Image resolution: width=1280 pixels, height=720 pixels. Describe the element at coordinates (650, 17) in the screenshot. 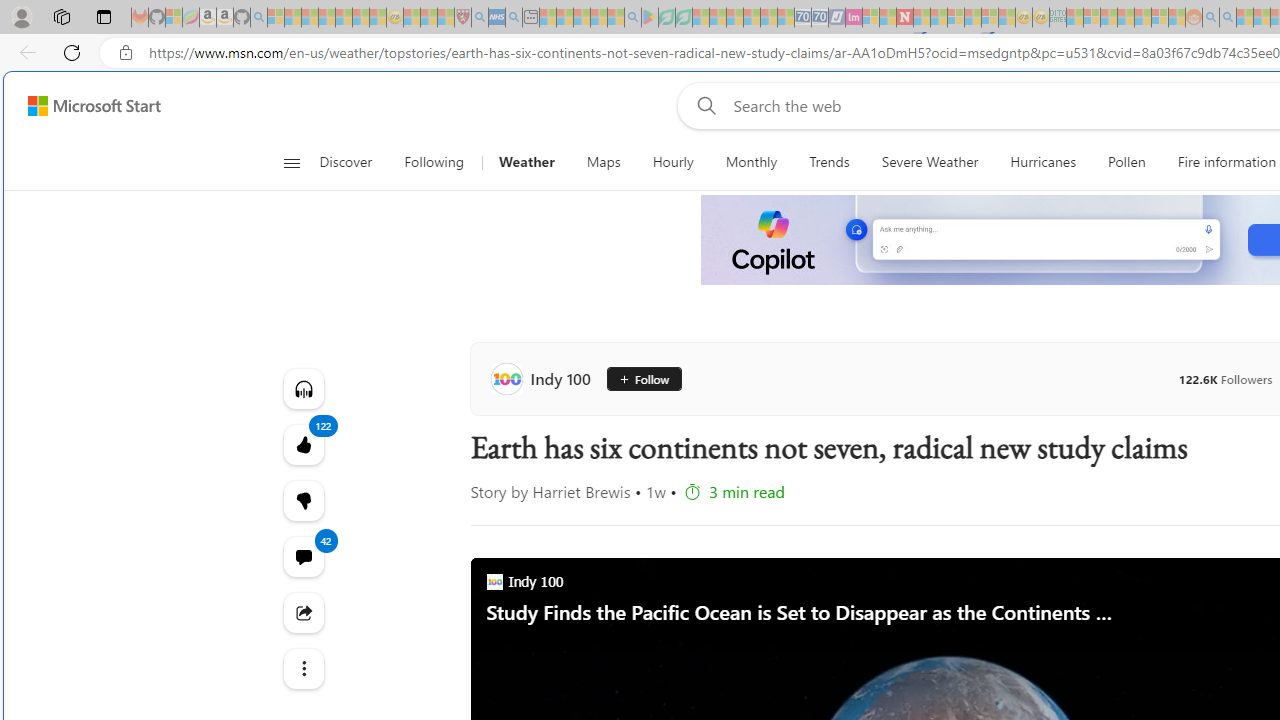

I see `'Bluey: Let'` at that location.